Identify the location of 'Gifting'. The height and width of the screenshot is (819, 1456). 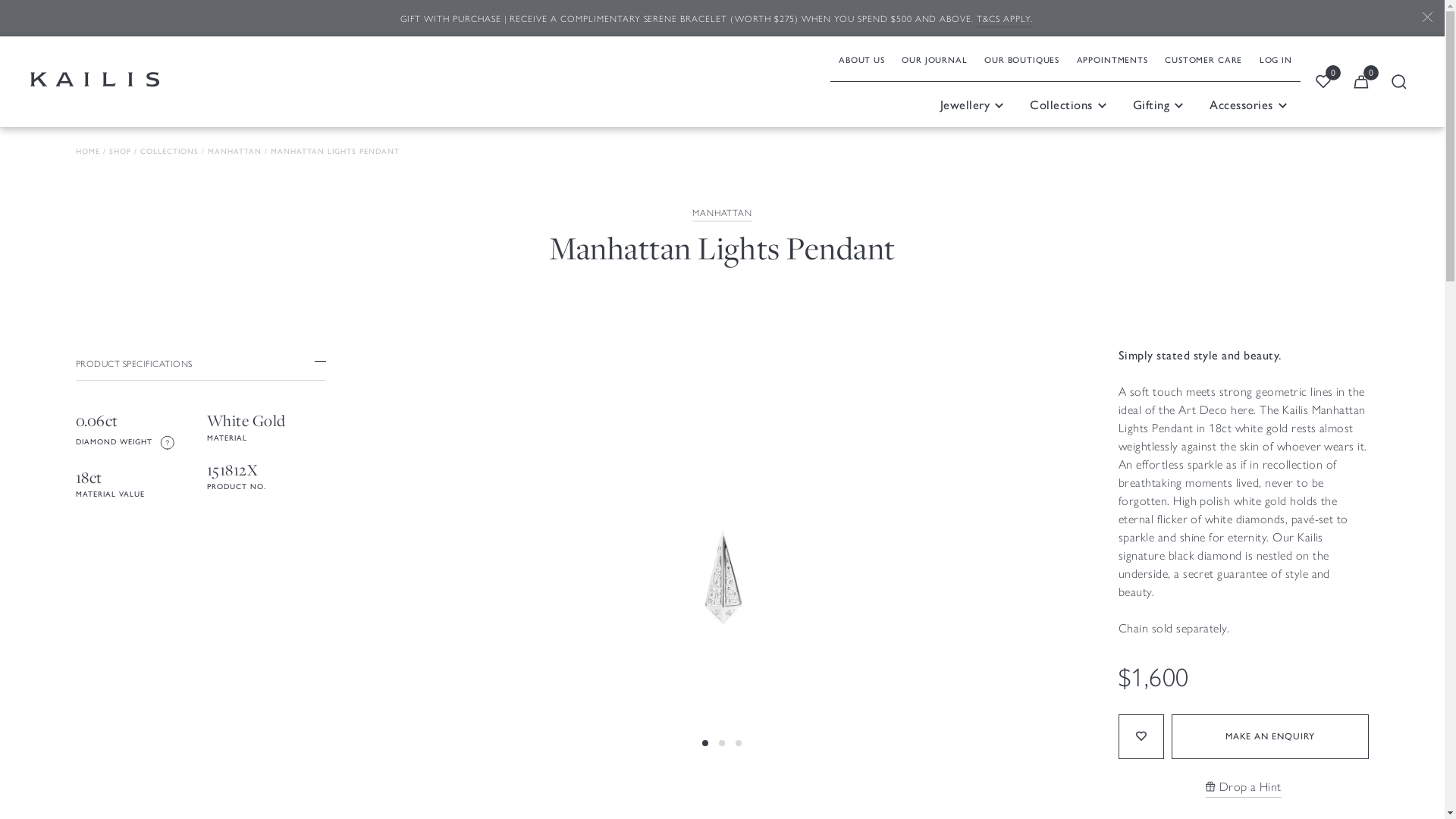
(1120, 104).